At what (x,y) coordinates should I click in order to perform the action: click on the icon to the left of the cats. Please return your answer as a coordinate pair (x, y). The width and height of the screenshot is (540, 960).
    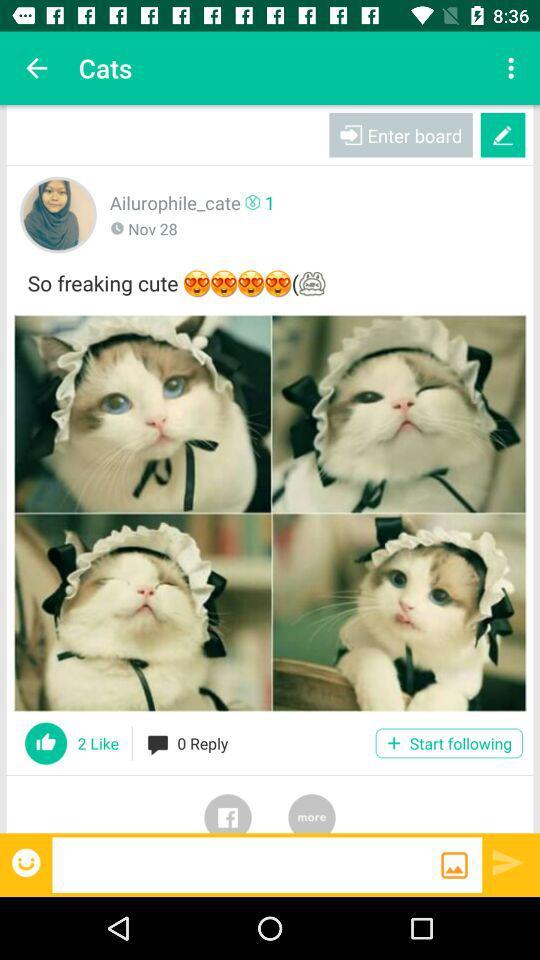
    Looking at the image, I should click on (36, 68).